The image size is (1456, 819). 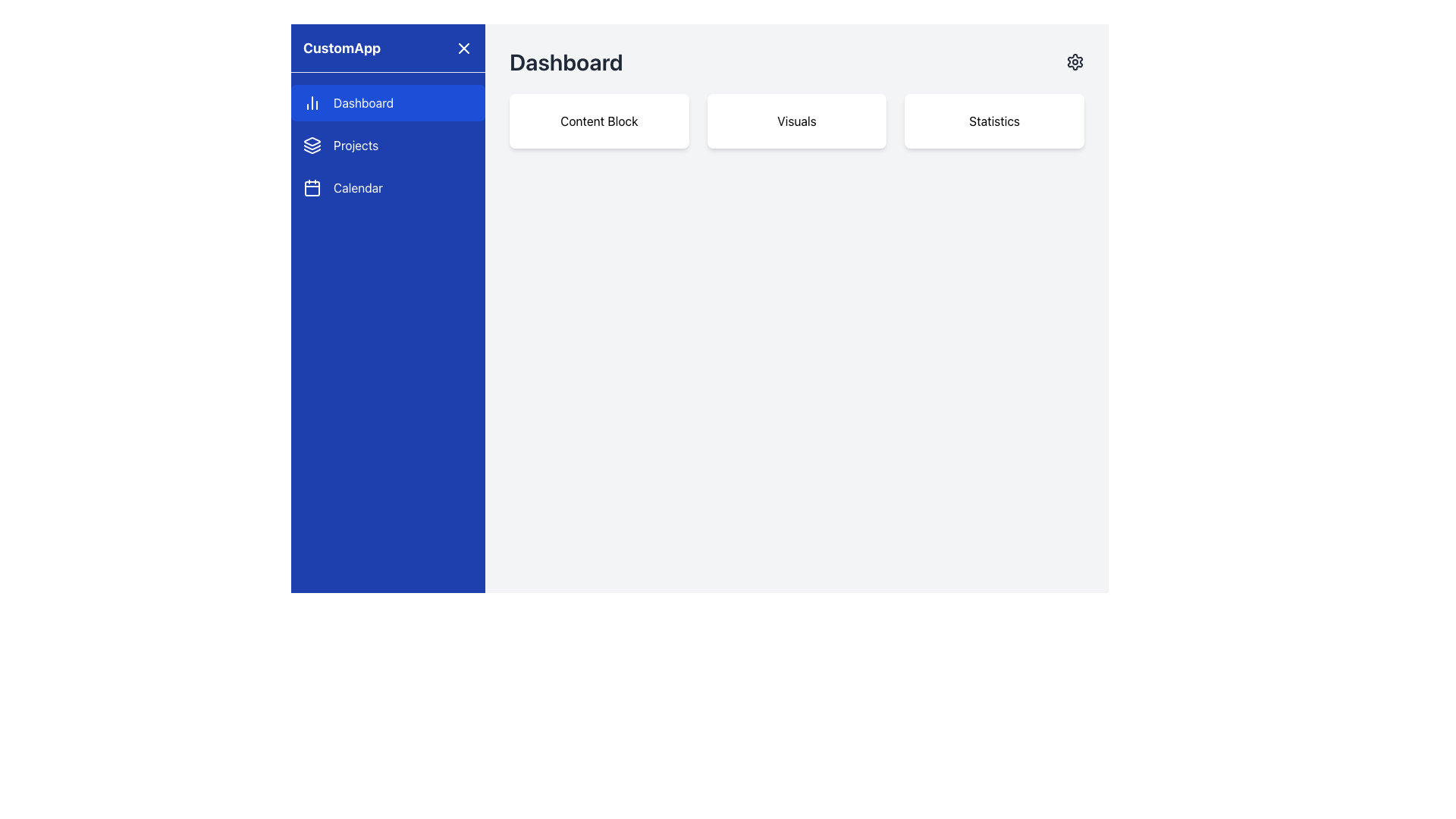 What do you see at coordinates (357, 187) in the screenshot?
I see `the 'Calendar' text label, which is a bold white label in a blue sidebar, positioned as the third item in a vertical menu` at bounding box center [357, 187].